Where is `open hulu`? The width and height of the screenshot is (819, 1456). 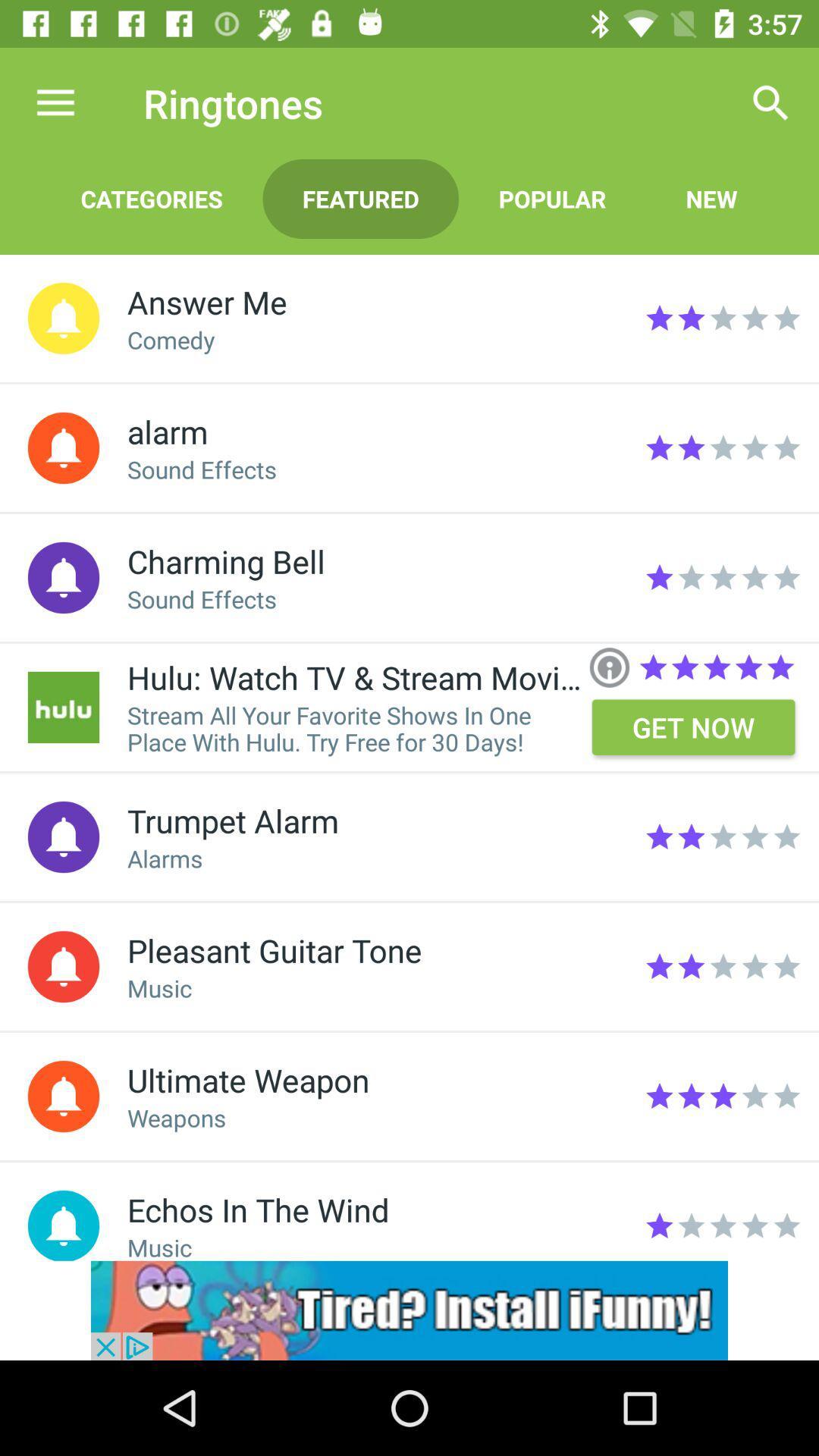 open hulu is located at coordinates (63, 706).